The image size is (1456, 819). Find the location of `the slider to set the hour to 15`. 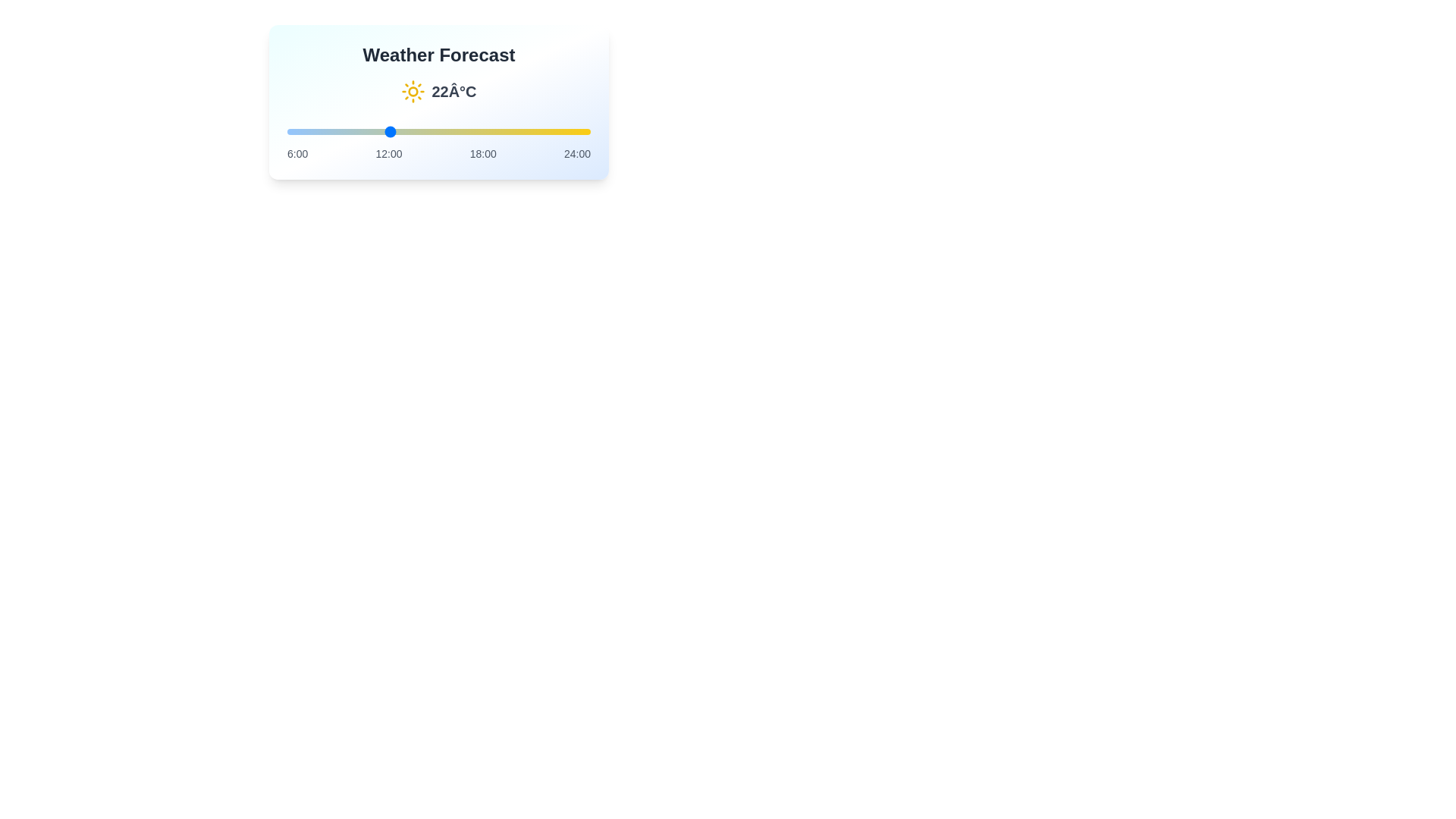

the slider to set the hour to 15 is located at coordinates (438, 130).